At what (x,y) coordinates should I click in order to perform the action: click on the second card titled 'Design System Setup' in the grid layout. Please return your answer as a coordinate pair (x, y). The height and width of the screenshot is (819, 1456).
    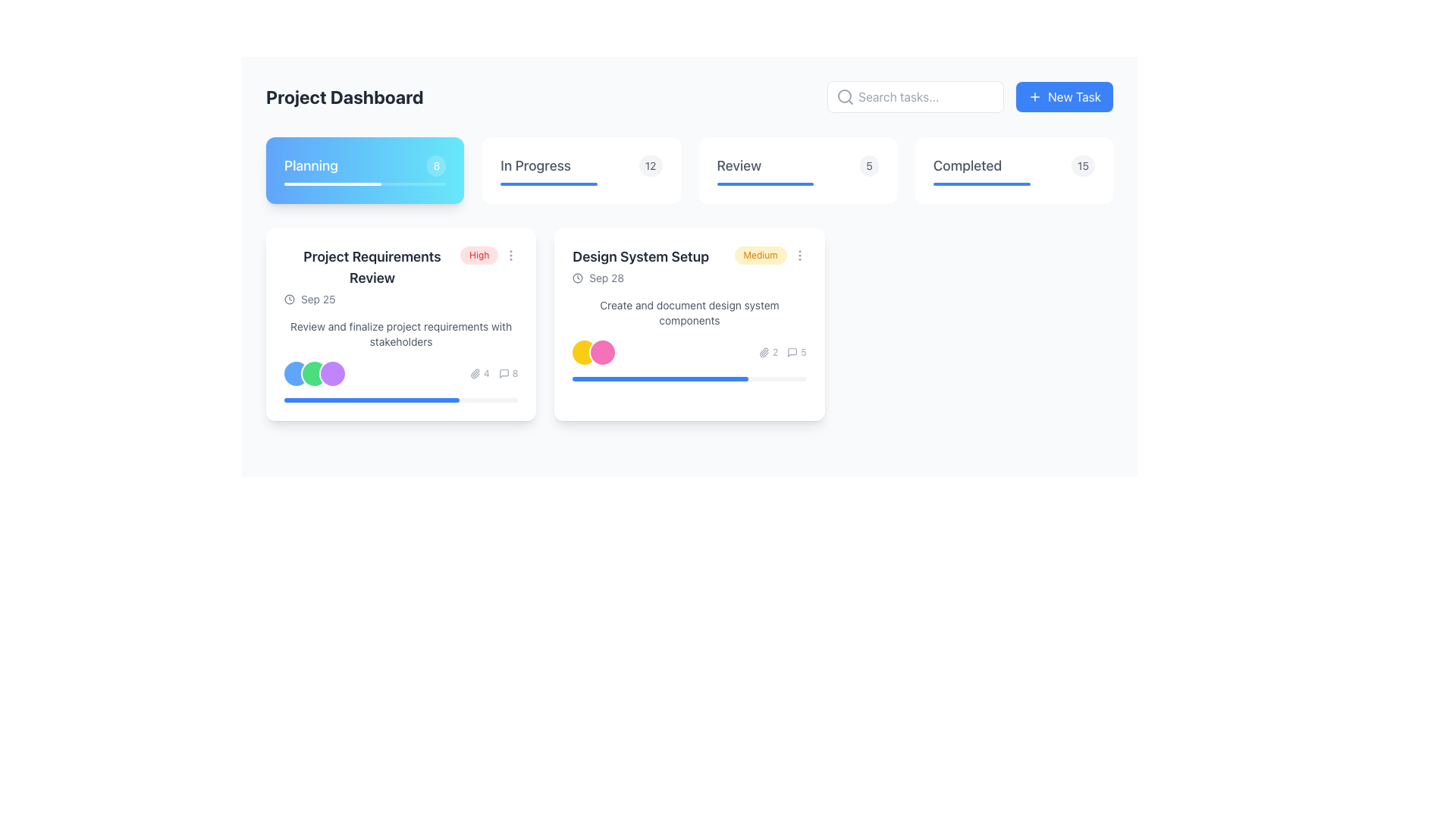
    Looking at the image, I should click on (689, 324).